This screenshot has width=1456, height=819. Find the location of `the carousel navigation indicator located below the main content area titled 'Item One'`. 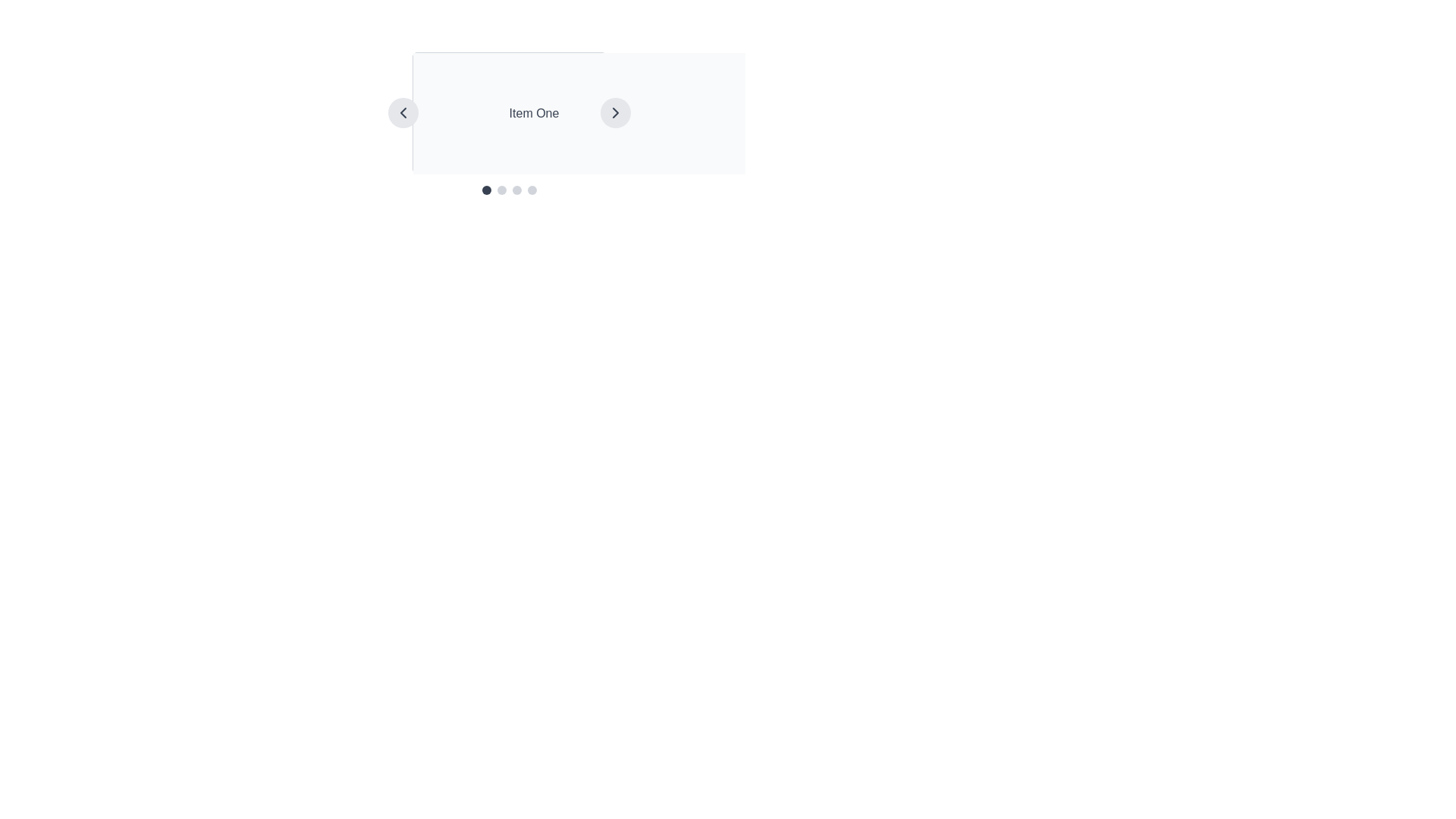

the carousel navigation indicator located below the main content area titled 'Item One' is located at coordinates (509, 189).